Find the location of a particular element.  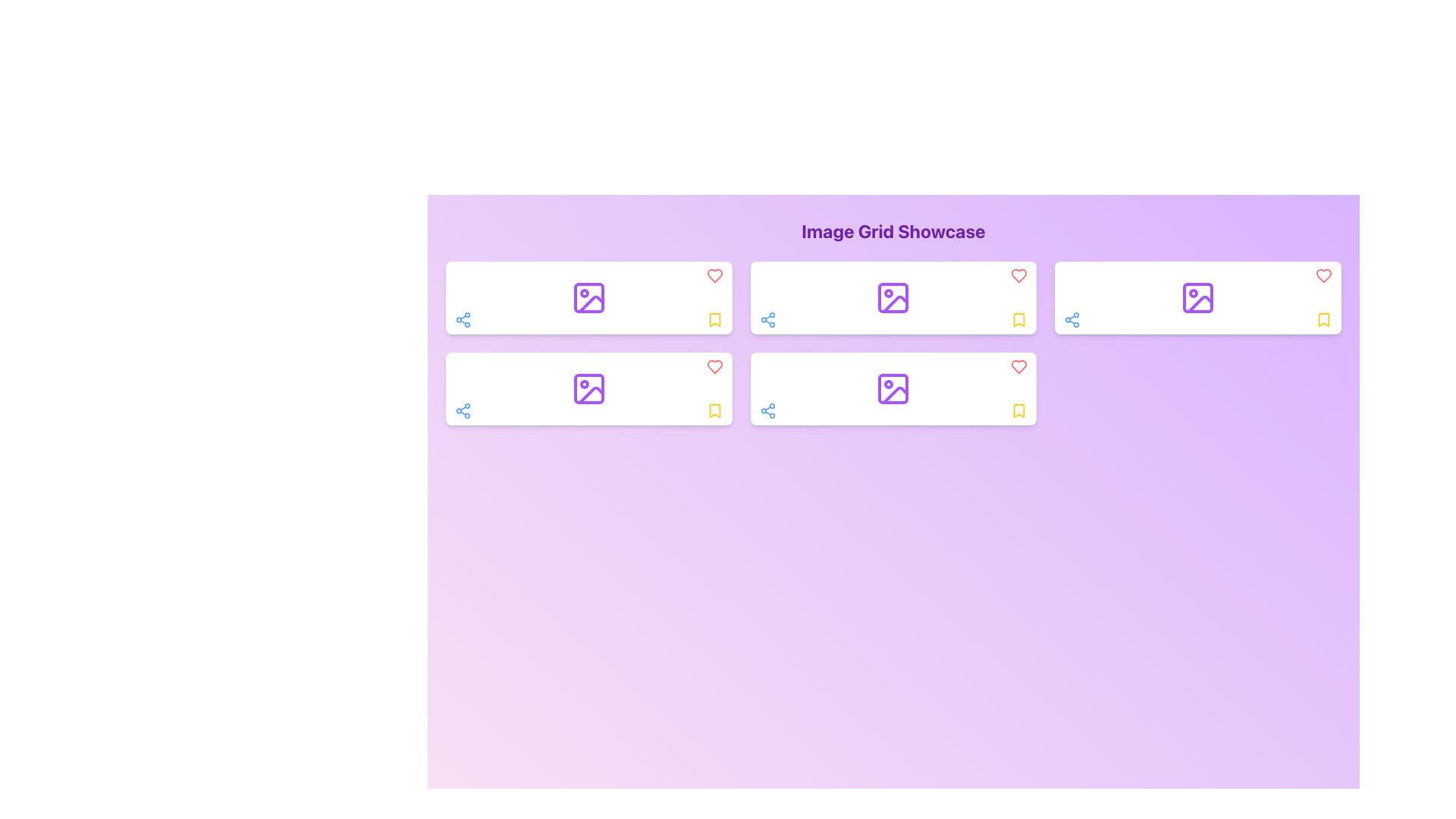

the icon representing an image or placeholder for image-related content located in the second row and third column of the grid layout is located at coordinates (893, 388).